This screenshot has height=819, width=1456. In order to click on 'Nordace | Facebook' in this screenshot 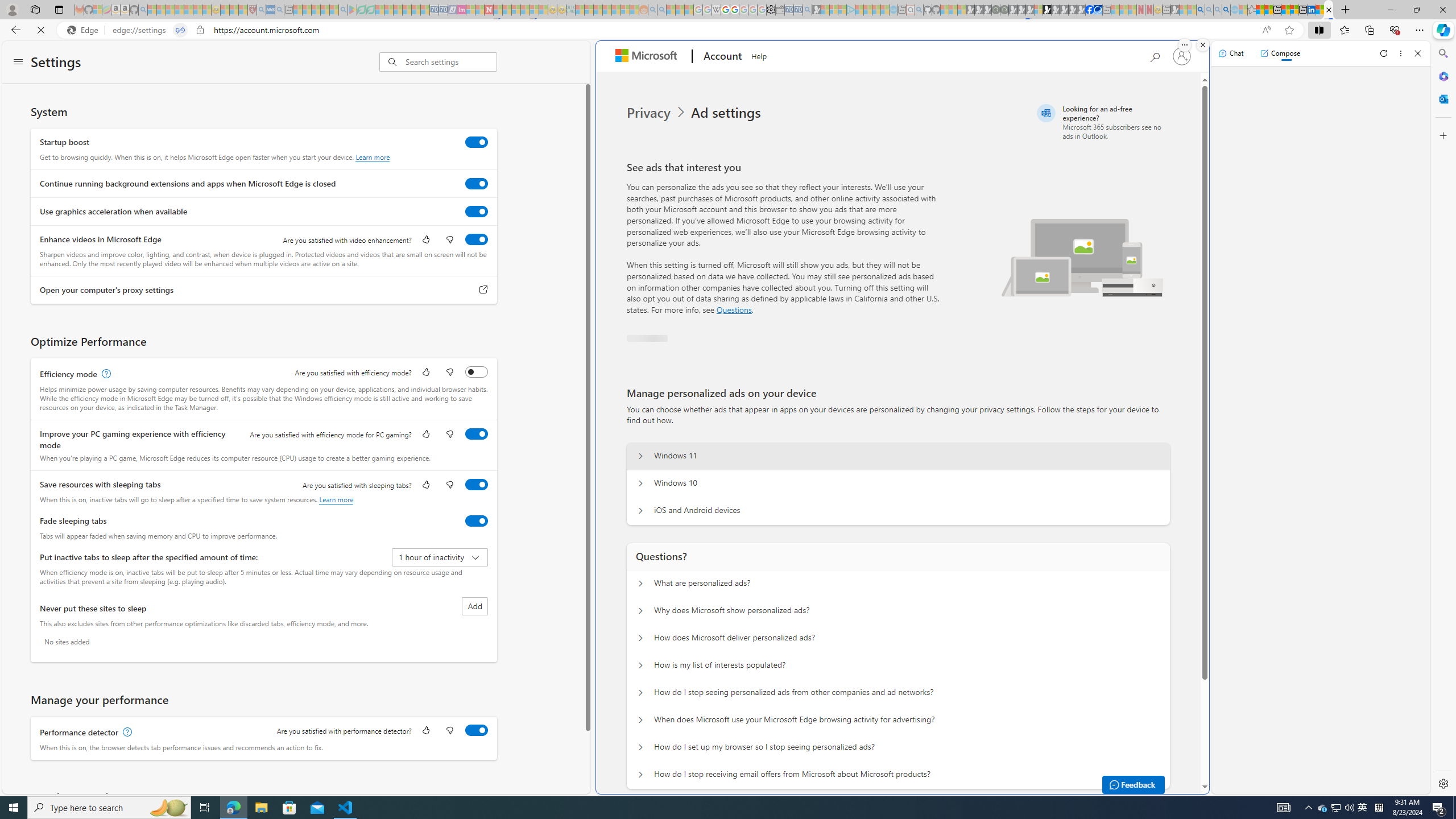, I will do `click(1089, 9)`.